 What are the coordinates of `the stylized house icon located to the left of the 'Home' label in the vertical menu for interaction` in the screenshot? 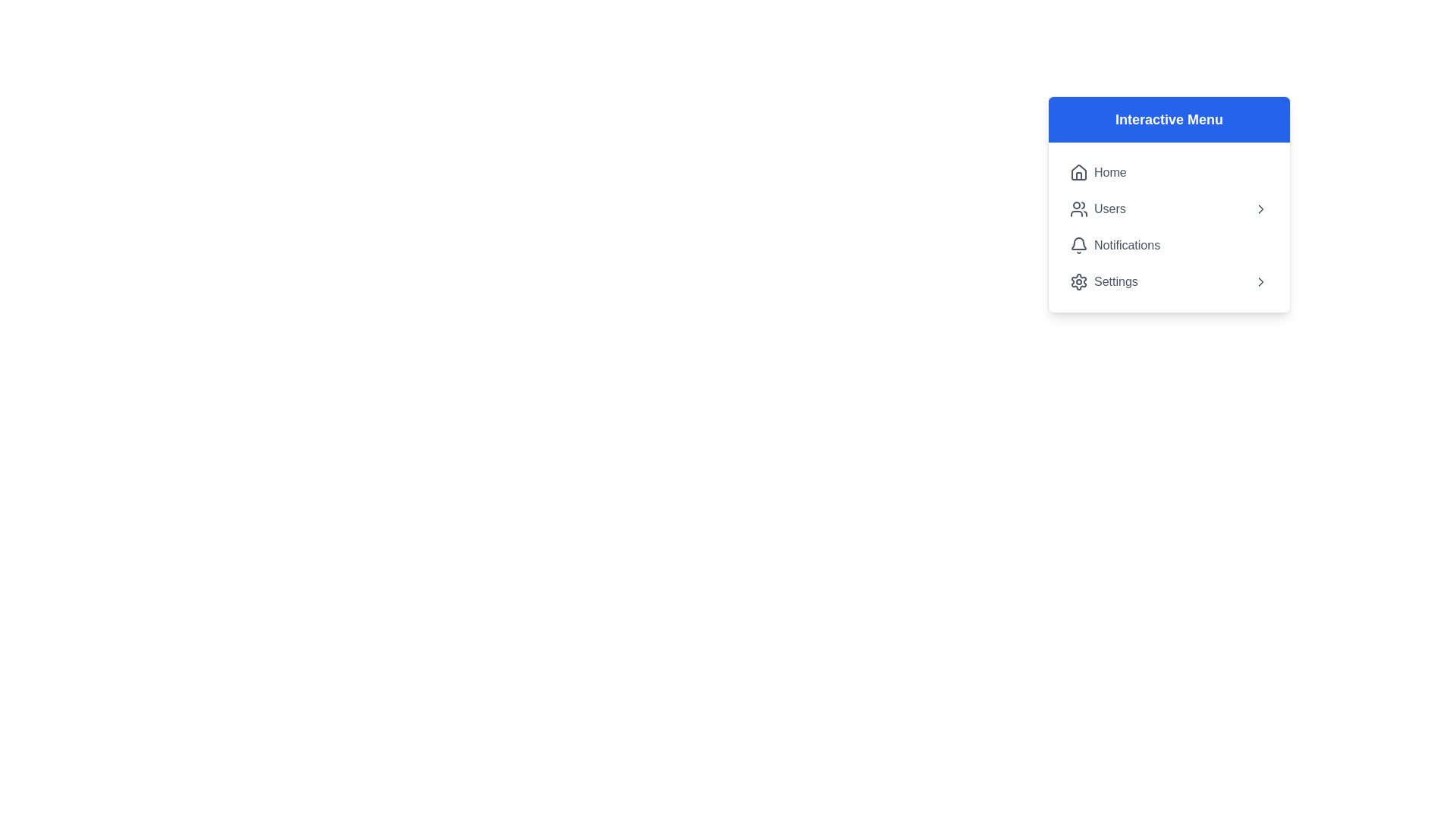 It's located at (1078, 171).